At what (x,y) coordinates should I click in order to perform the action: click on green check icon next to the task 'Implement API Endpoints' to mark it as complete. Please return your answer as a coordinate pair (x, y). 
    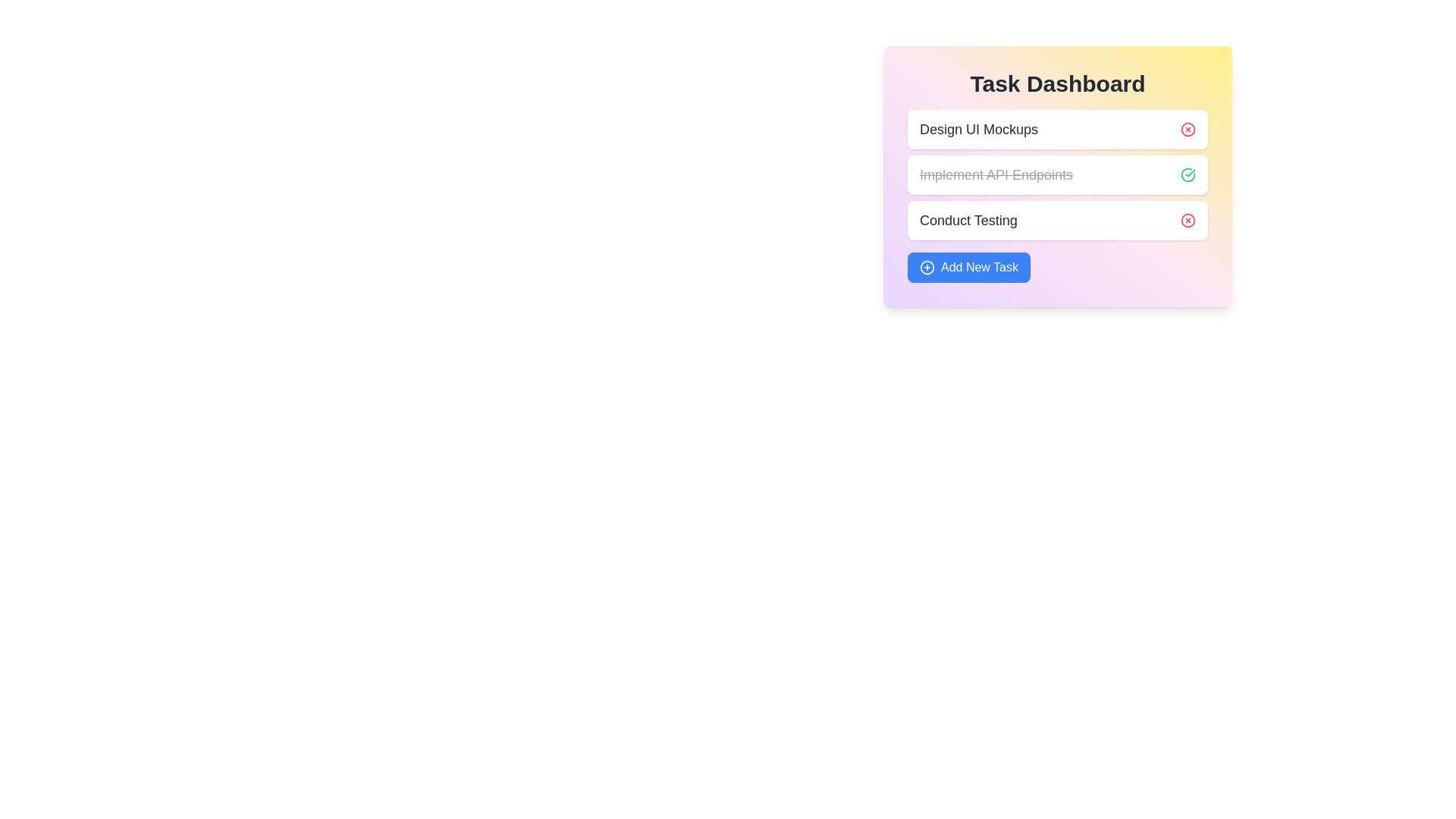
    Looking at the image, I should click on (1187, 174).